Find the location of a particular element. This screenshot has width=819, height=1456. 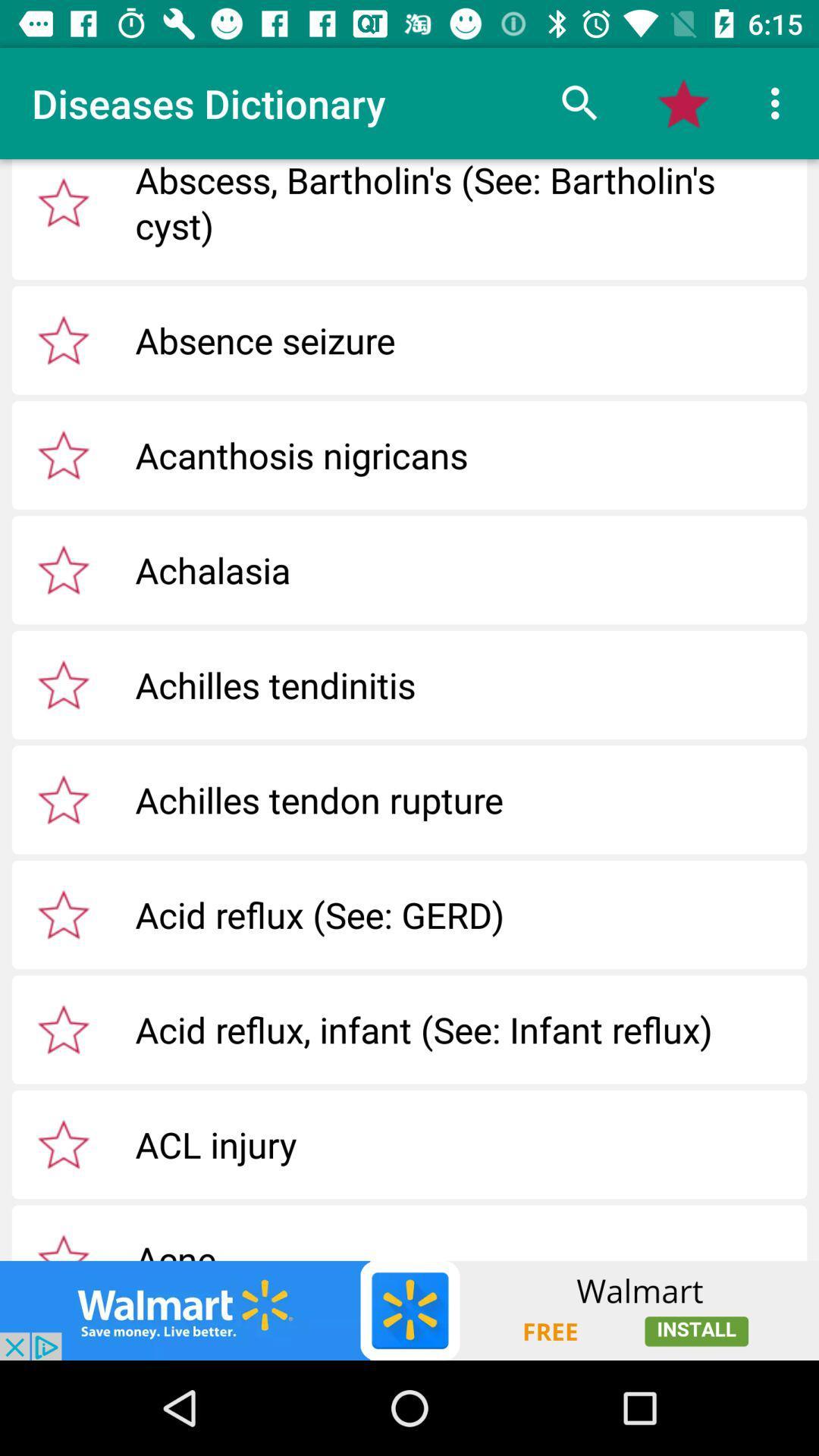

to favorites is located at coordinates (63, 569).